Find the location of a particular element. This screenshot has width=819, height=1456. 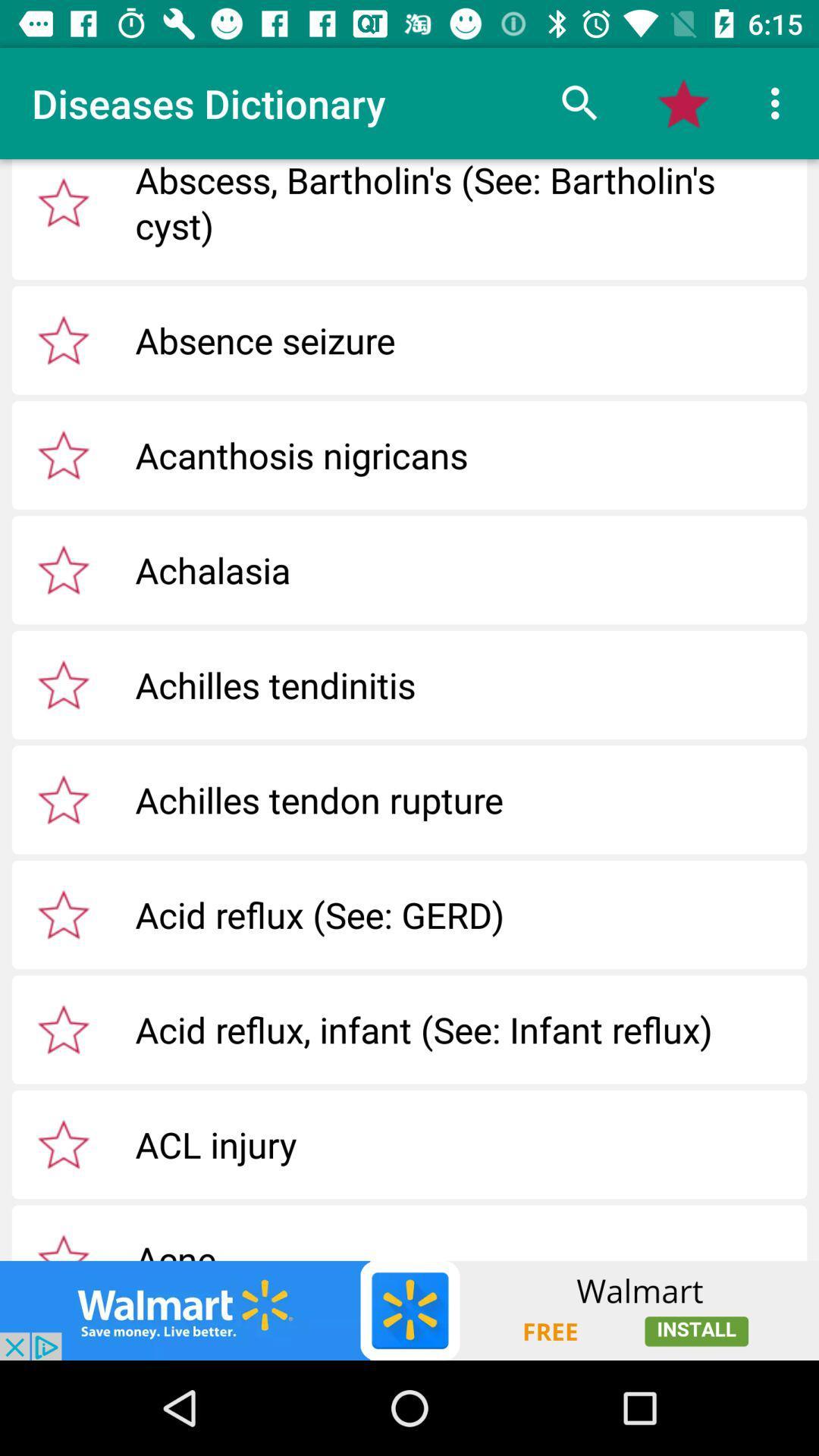

to favorites is located at coordinates (63, 569).